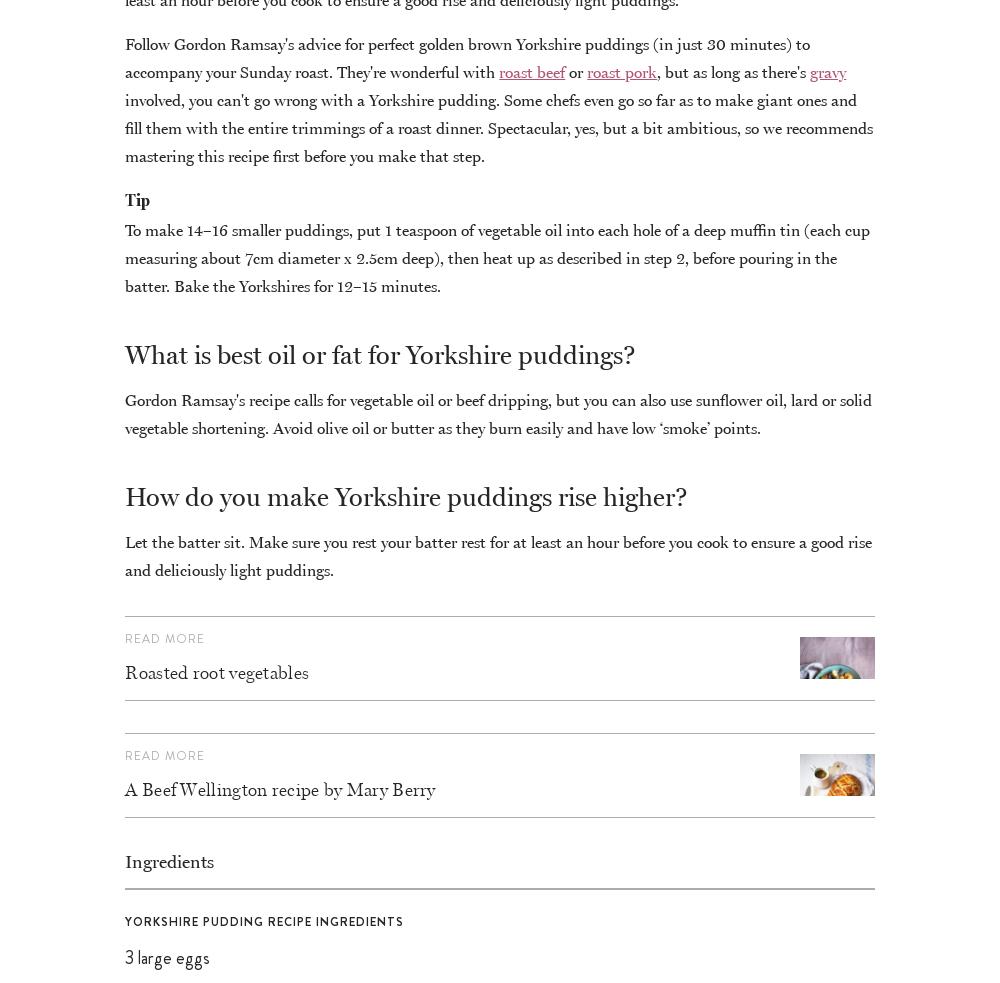 Image resolution: width=1000 pixels, height=983 pixels. What do you see at coordinates (167, 957) in the screenshot?
I see `'3 large eggs'` at bounding box center [167, 957].